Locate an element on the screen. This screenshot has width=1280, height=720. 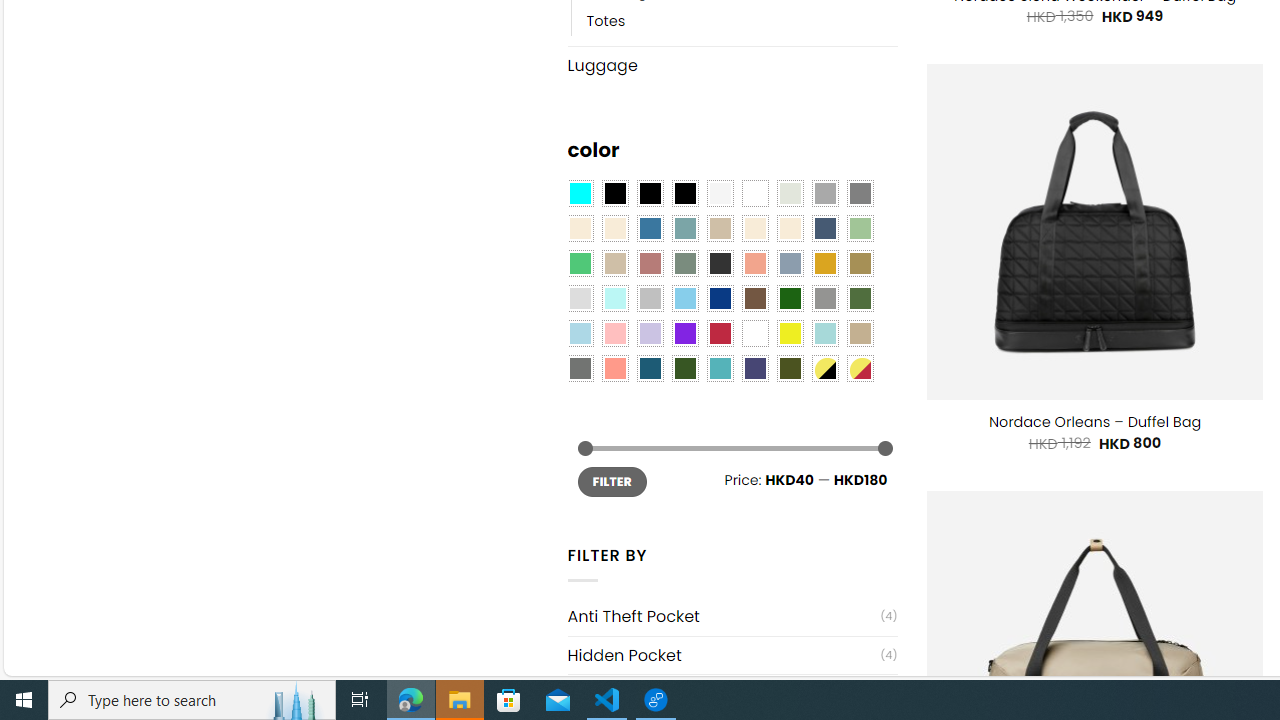
'Charcoal' is located at coordinates (720, 263).